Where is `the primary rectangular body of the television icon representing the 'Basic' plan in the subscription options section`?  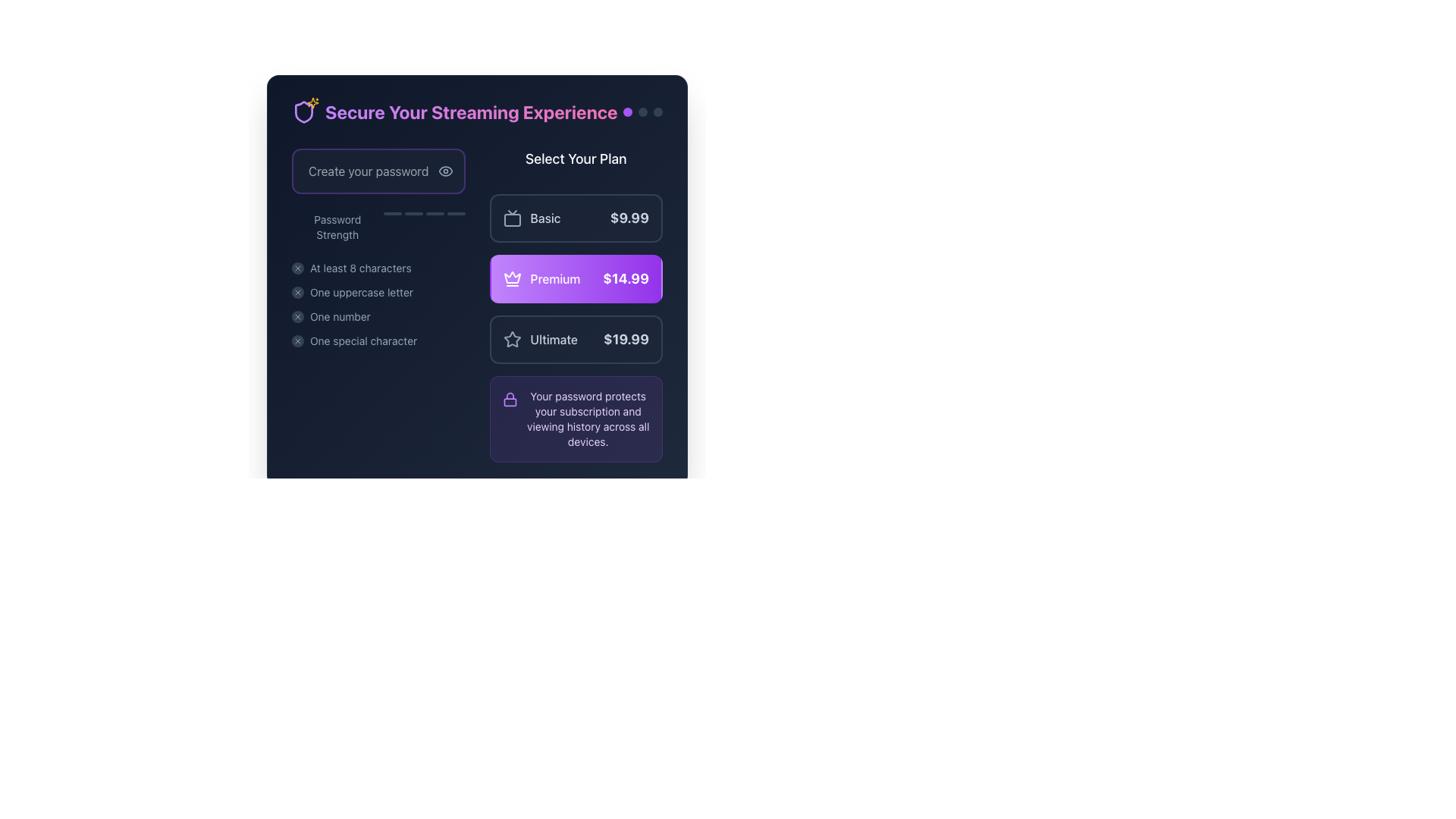
the primary rectangular body of the television icon representing the 'Basic' plan in the subscription options section is located at coordinates (512, 220).